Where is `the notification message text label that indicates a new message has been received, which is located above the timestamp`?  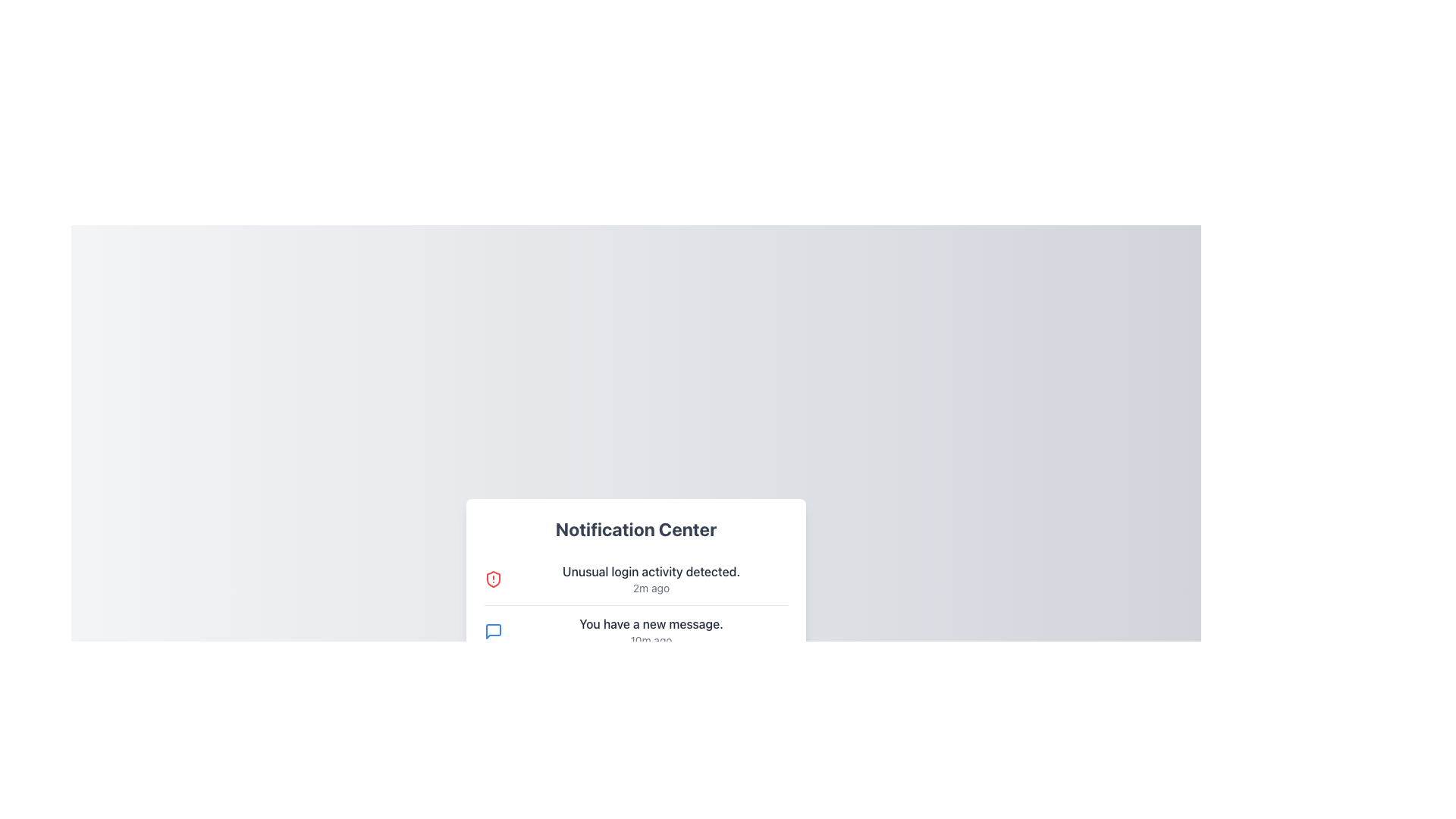 the notification message text label that indicates a new message has been received, which is located above the timestamp is located at coordinates (651, 623).